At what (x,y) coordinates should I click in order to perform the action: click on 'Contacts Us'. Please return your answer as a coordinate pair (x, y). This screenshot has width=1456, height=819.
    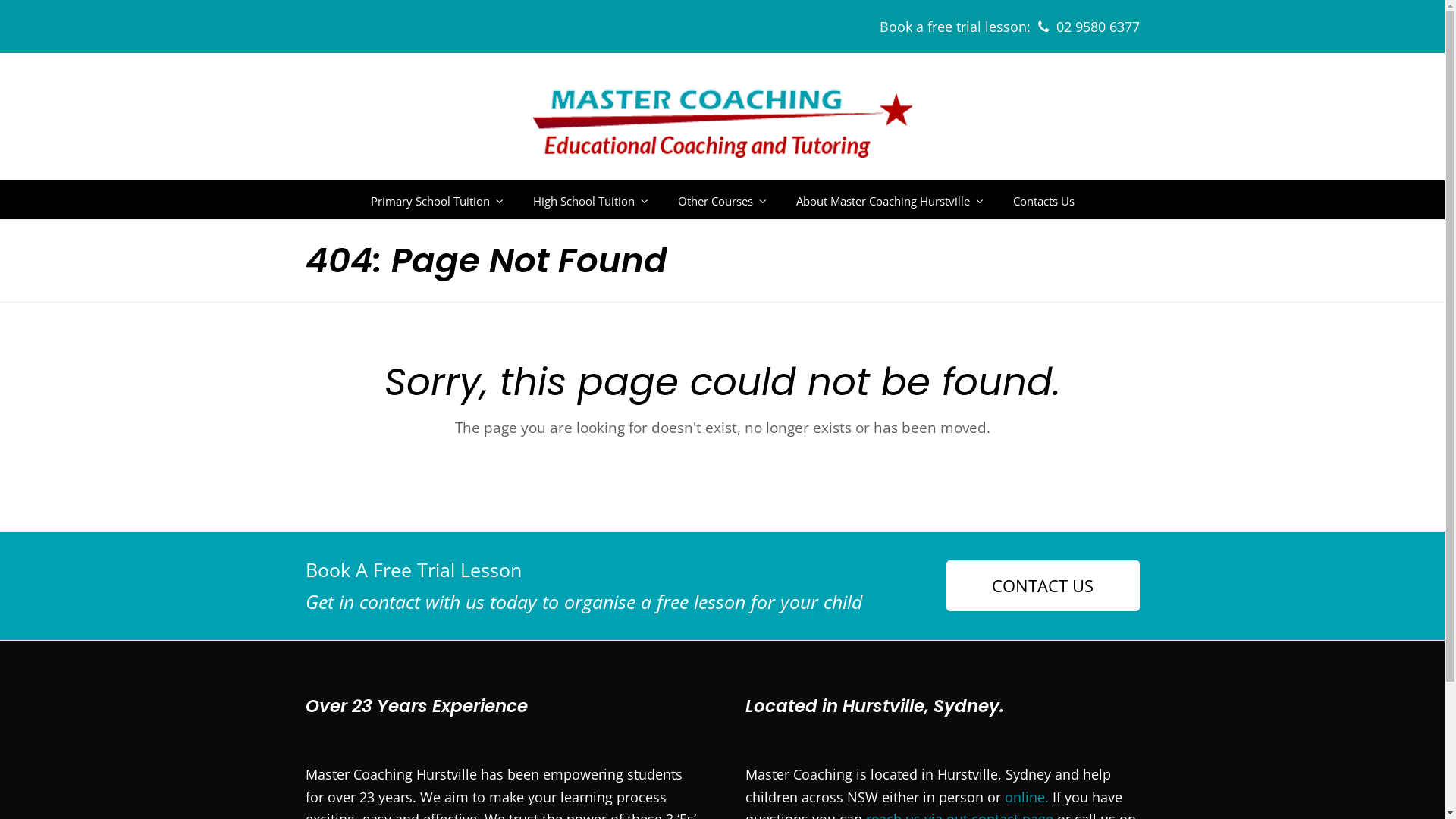
    Looking at the image, I should click on (1042, 199).